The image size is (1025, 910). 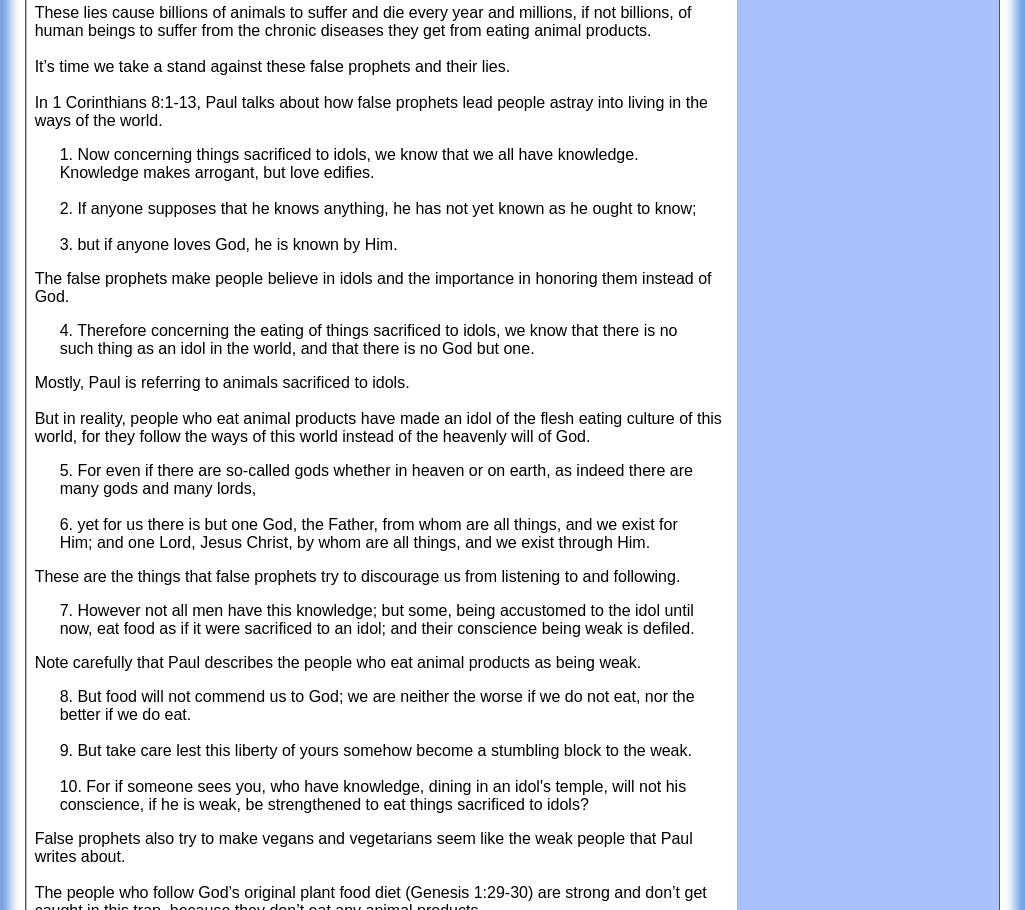 What do you see at coordinates (371, 286) in the screenshot?
I see `'The false prophets make people believe in idols and the importance in 
	honoring them instead of God.'` at bounding box center [371, 286].